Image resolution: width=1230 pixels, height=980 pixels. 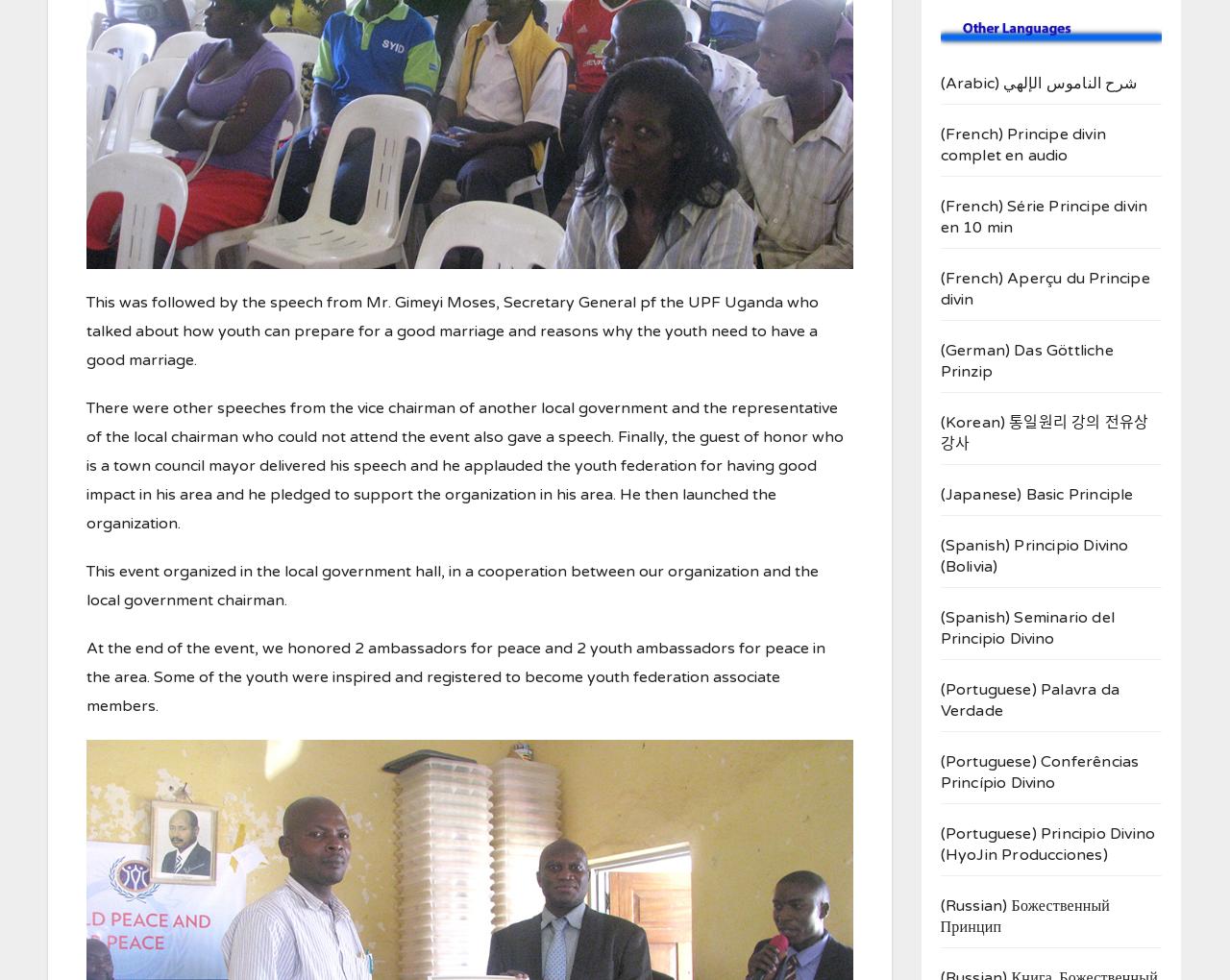 What do you see at coordinates (85, 330) in the screenshot?
I see `'This was followed by the speech from Mr. Gimeyi Moses, Secretary General pf the UPF Uganda who talked about how youth can prepare for a good marriage and reasons why the youth need to have a good marriage.'` at bounding box center [85, 330].